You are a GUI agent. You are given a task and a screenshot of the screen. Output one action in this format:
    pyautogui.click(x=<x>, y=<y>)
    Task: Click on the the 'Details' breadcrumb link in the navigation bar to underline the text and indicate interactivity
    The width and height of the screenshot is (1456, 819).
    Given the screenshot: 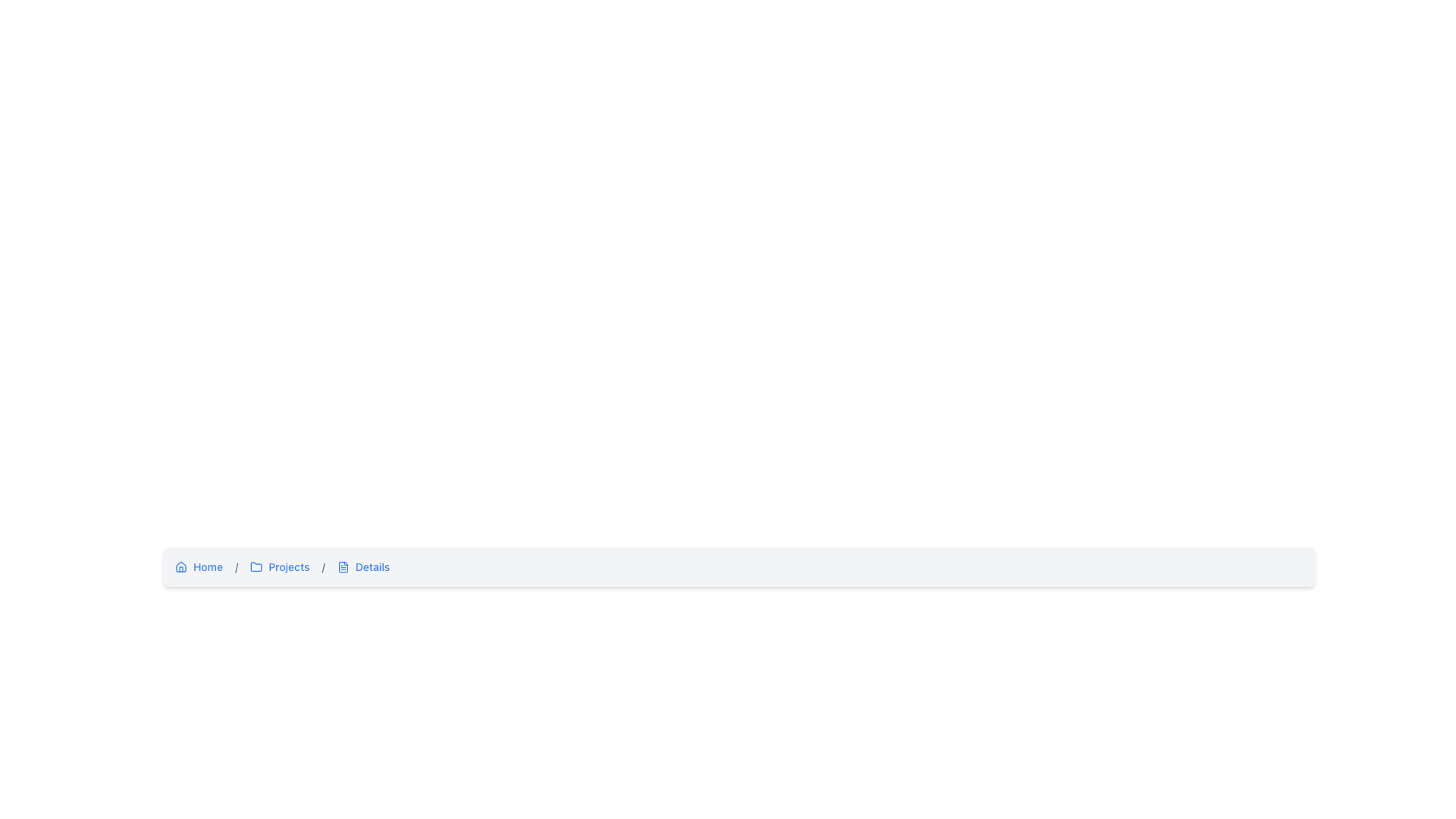 What is the action you would take?
    pyautogui.click(x=362, y=567)
    